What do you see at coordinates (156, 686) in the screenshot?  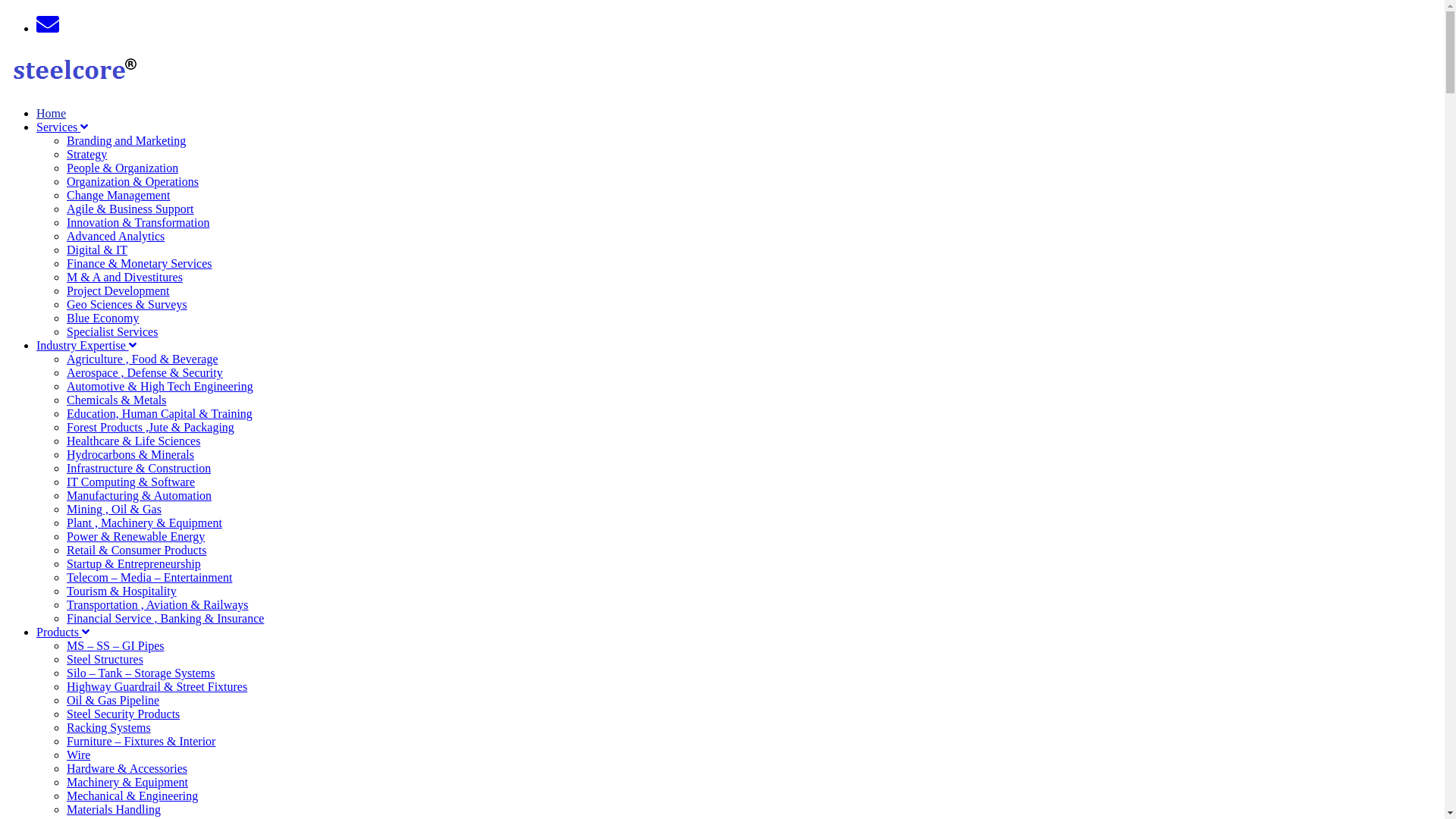 I see `'Highway Guardrail & Street Fixtures'` at bounding box center [156, 686].